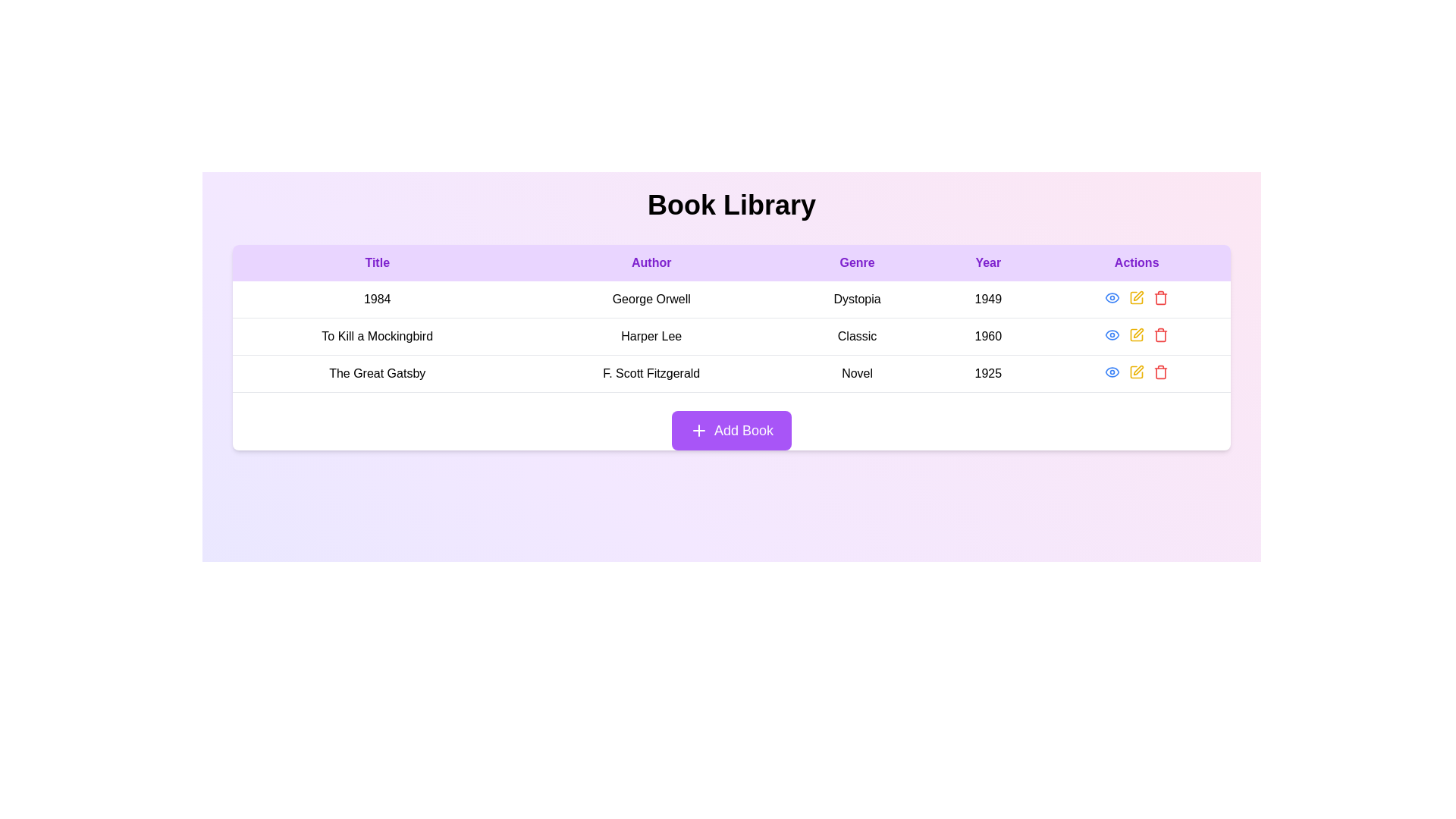 The image size is (1456, 819). What do you see at coordinates (731, 335) in the screenshot?
I see `the second row in the table that contains the book 'To Kill a Mockingbird' by Harper Lee, categorized as a 'Classic' published in '1960'` at bounding box center [731, 335].